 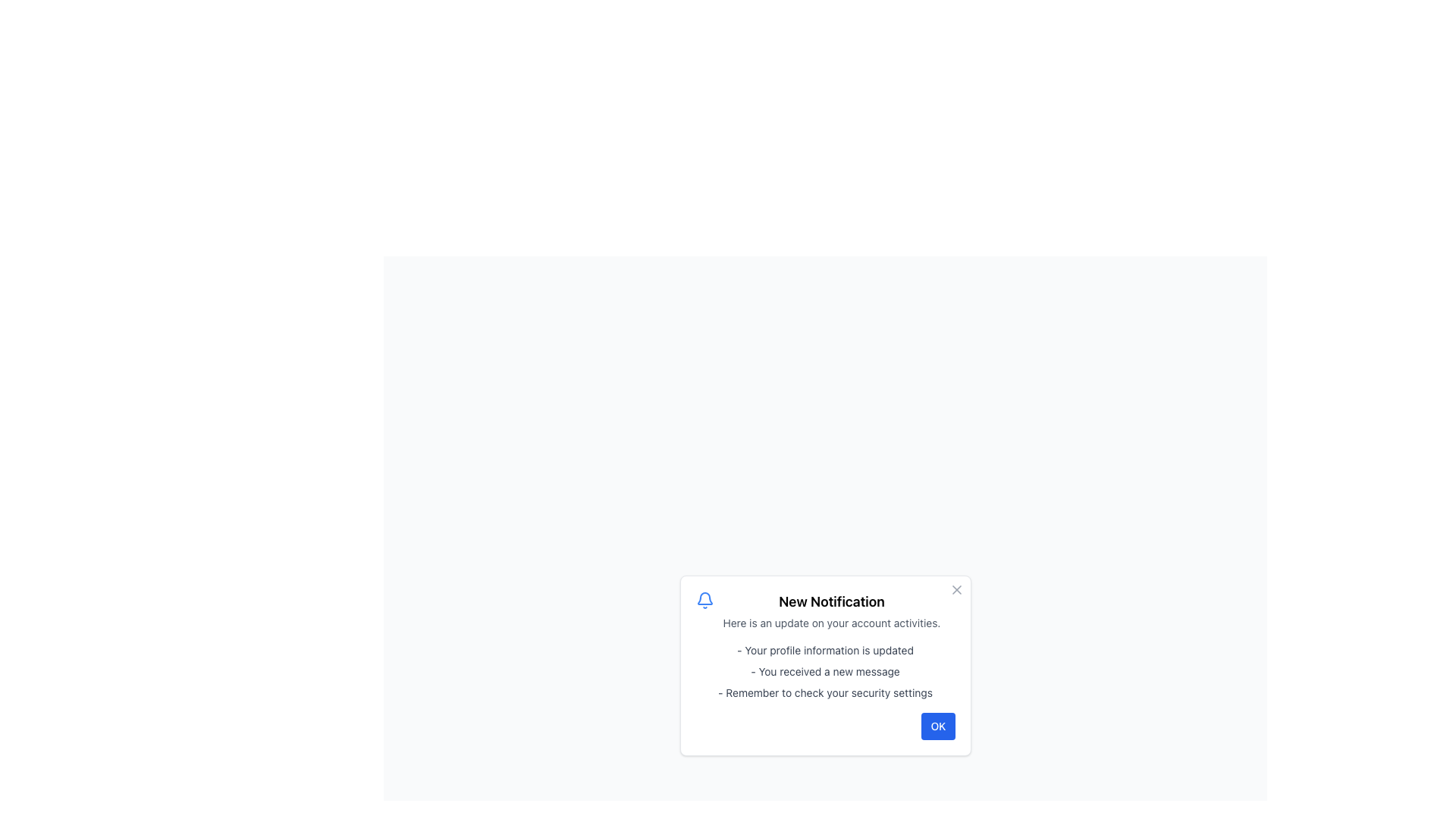 I want to click on text line in the notification box that states '- You received a new message.', so click(x=824, y=671).